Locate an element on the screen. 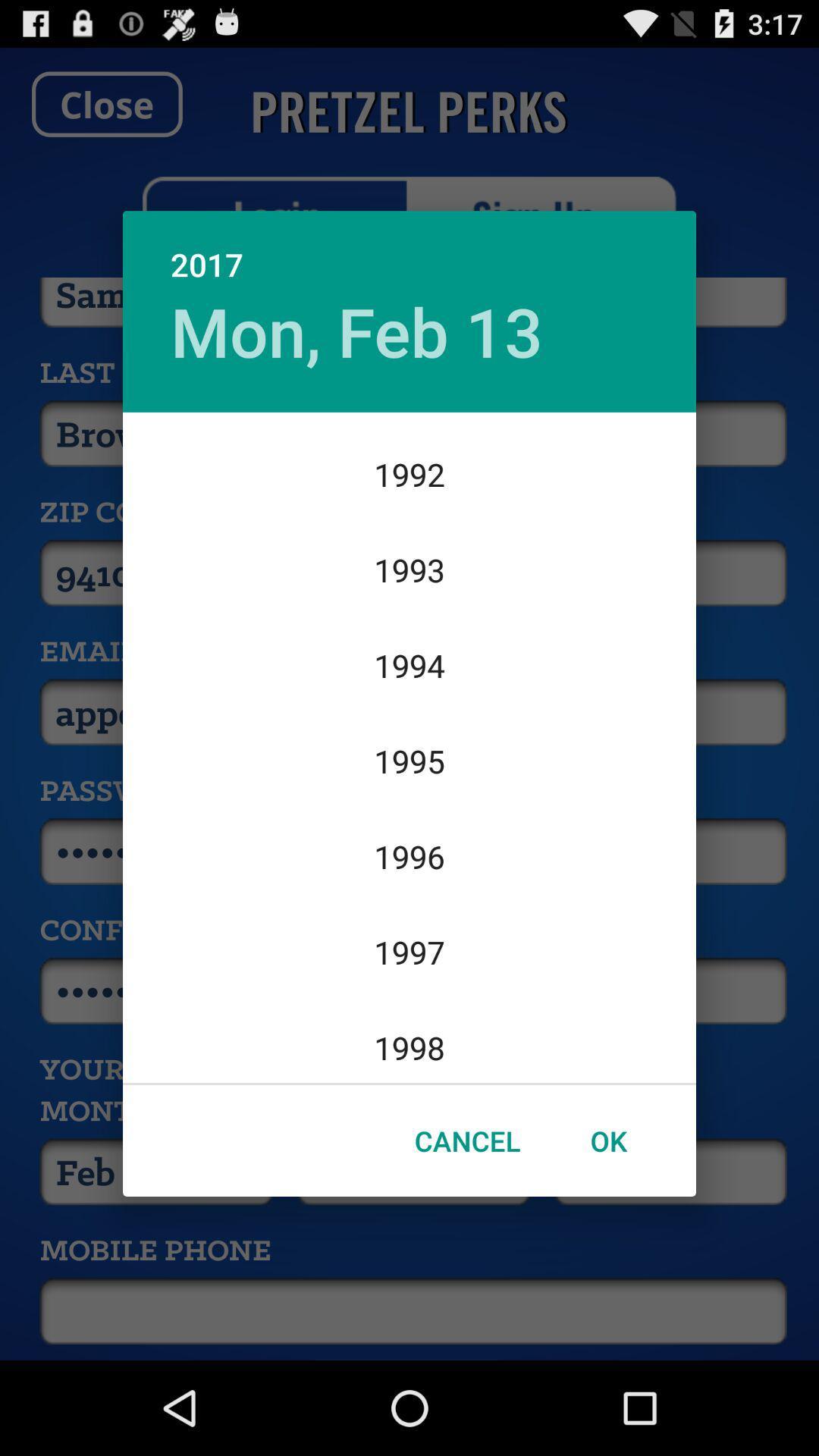 The image size is (819, 1456). the item above 1991 icon is located at coordinates (356, 330).